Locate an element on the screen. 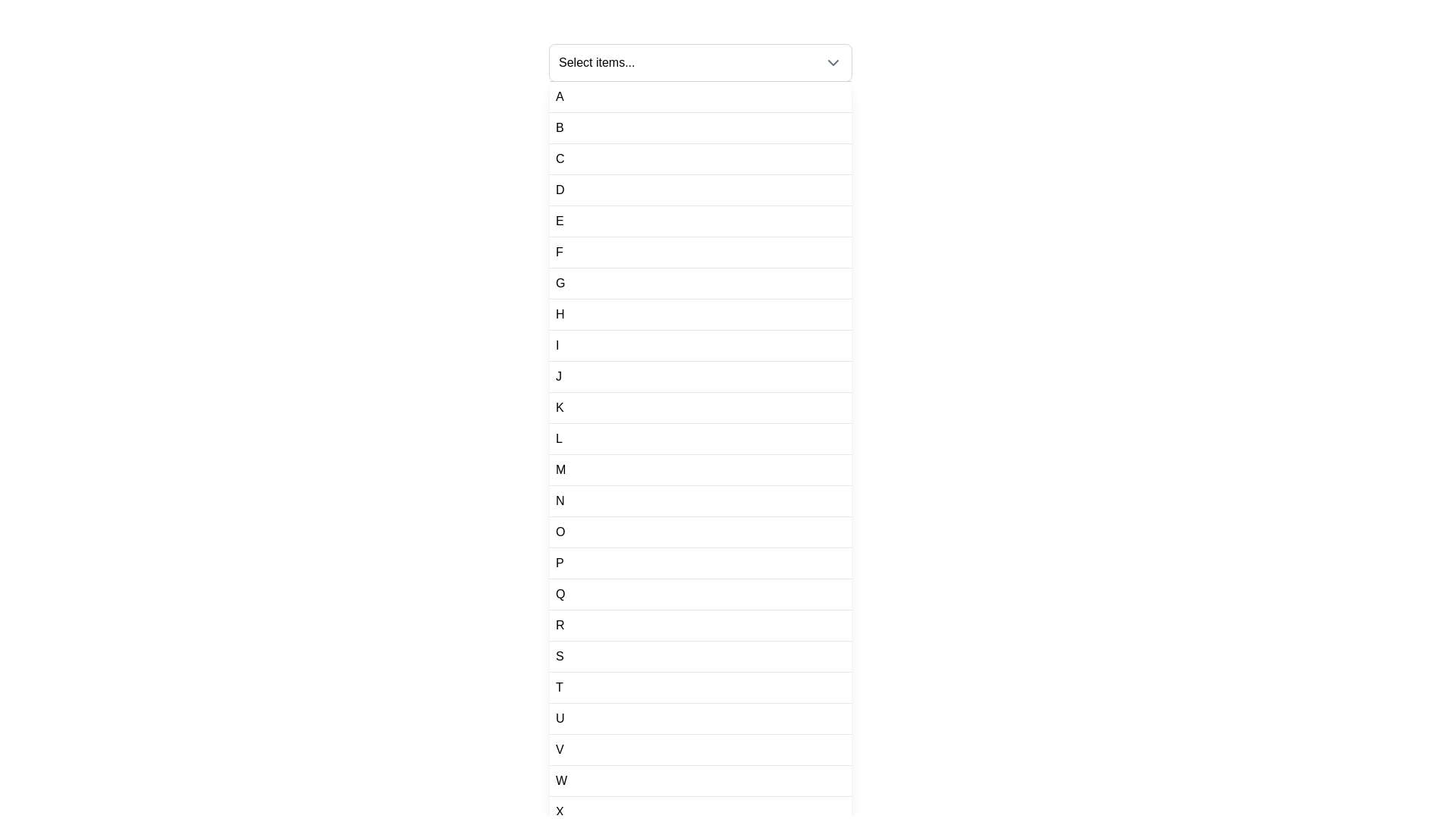 Image resolution: width=1456 pixels, height=819 pixels. the selectable list item labeled 'R' is located at coordinates (700, 626).